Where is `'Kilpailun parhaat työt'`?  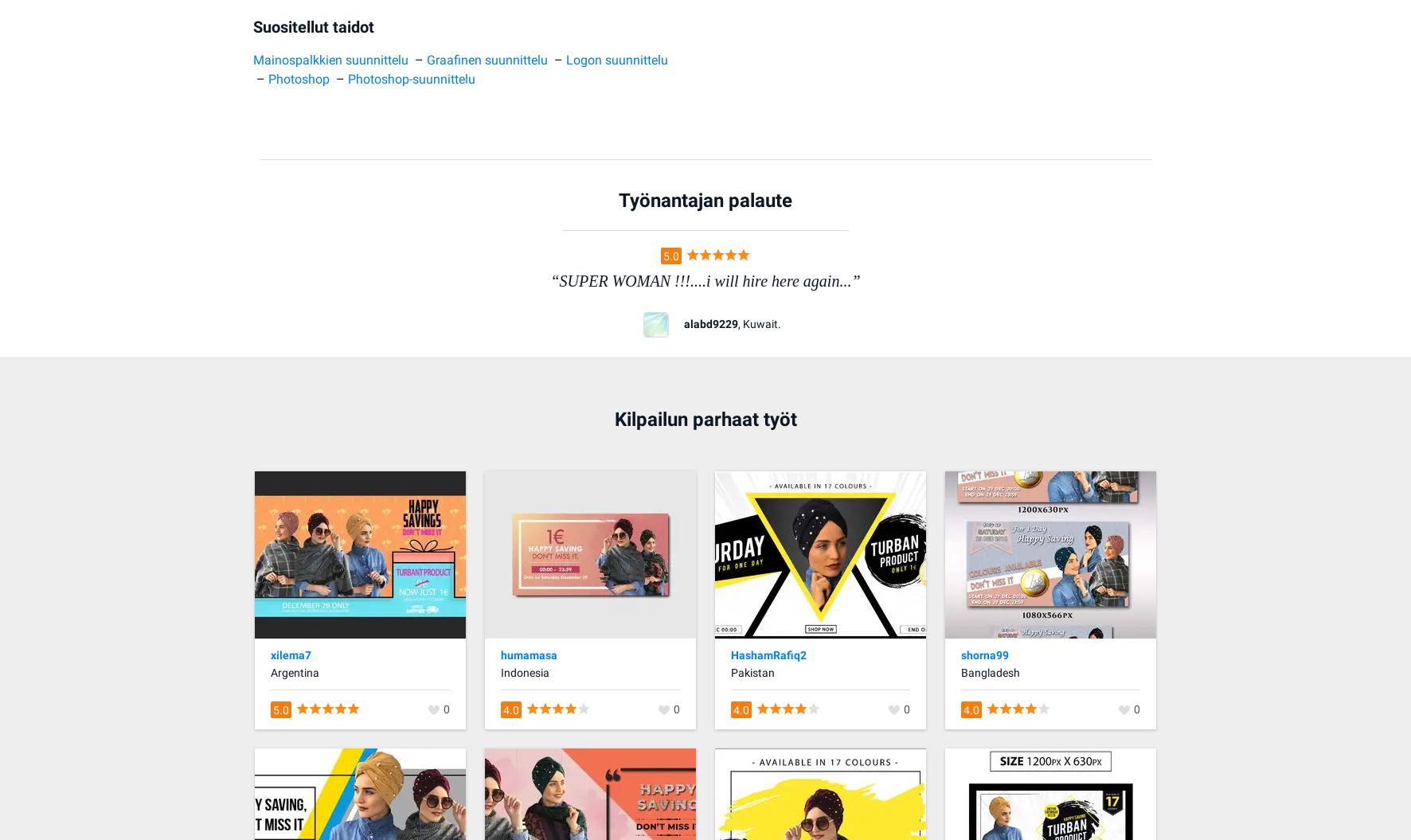
'Kilpailun parhaat työt' is located at coordinates (705, 419).